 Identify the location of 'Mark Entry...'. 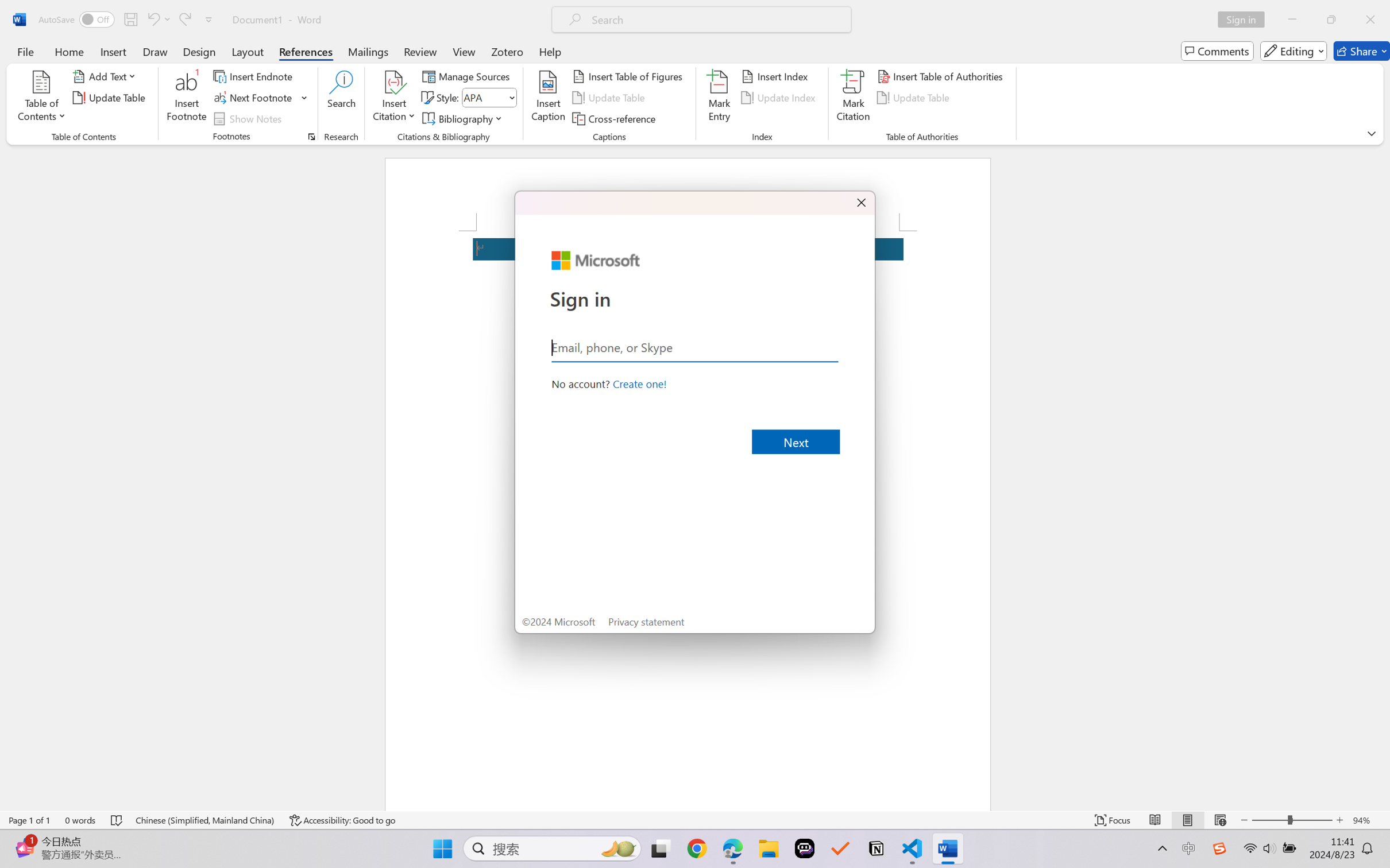
(719, 98).